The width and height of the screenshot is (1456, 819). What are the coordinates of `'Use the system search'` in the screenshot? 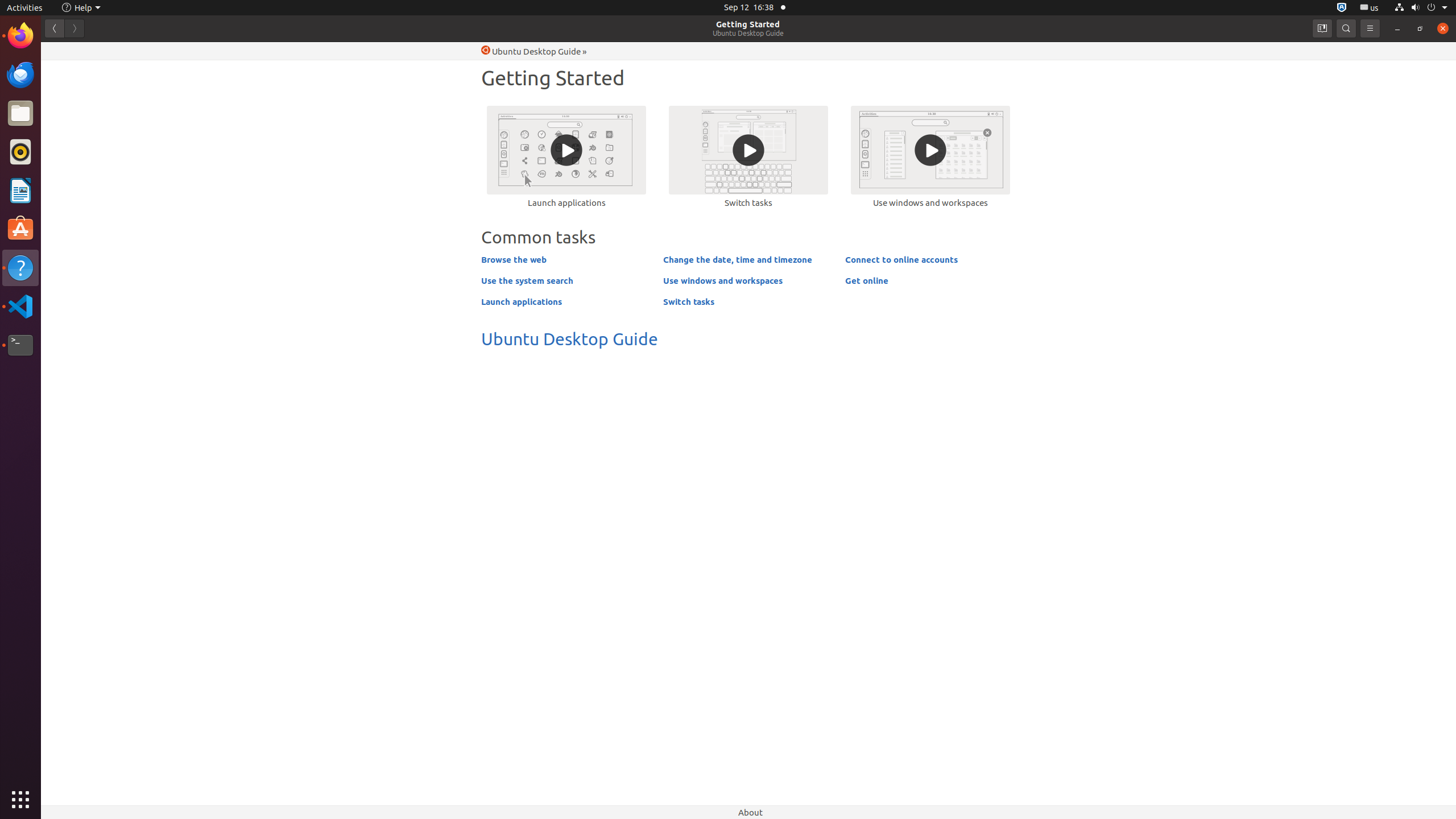 It's located at (526, 280).